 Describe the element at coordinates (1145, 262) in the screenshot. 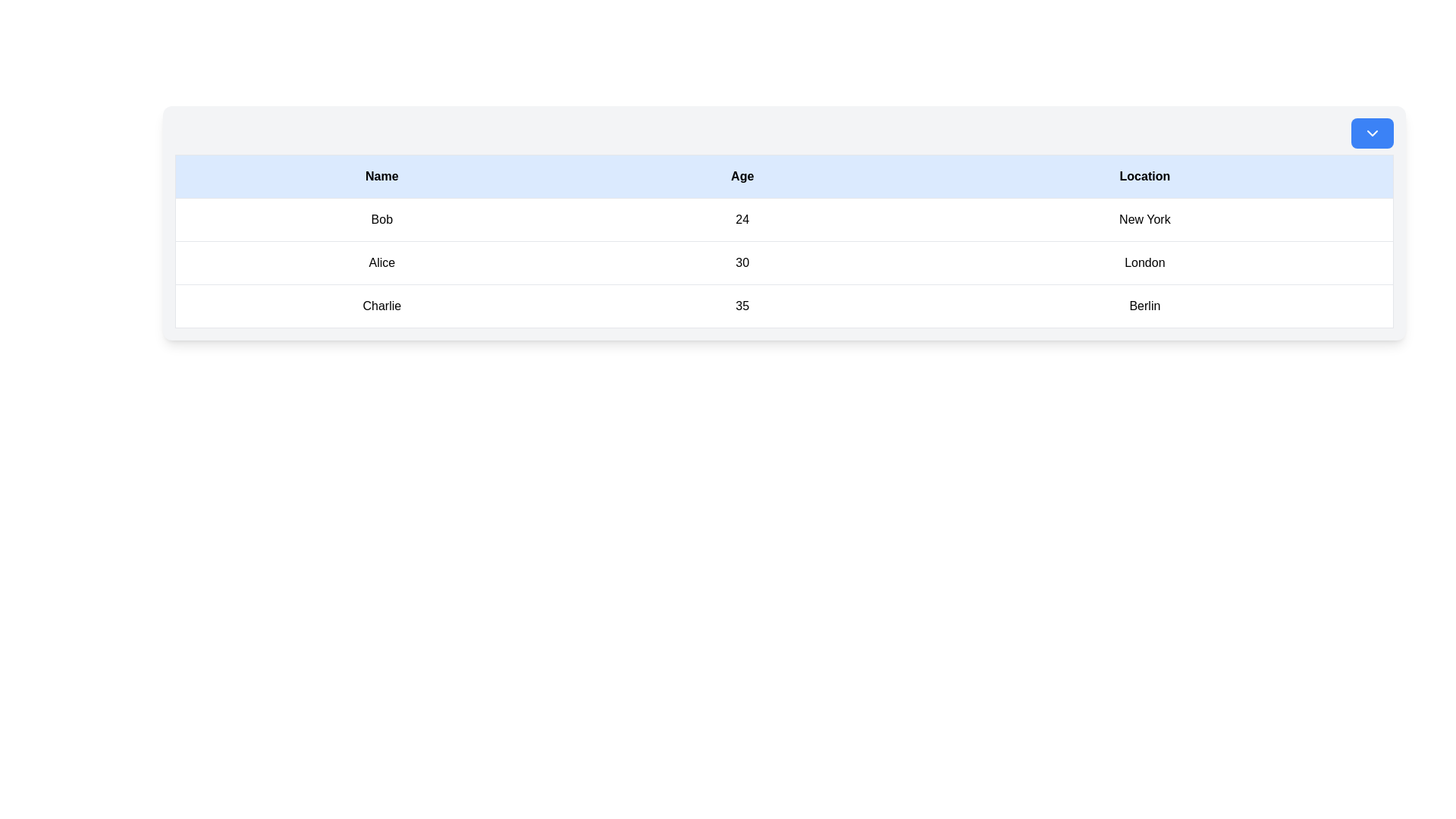

I see `text label displaying 'London' which is located in the third column of the second row in the table under the 'Location' header` at that location.